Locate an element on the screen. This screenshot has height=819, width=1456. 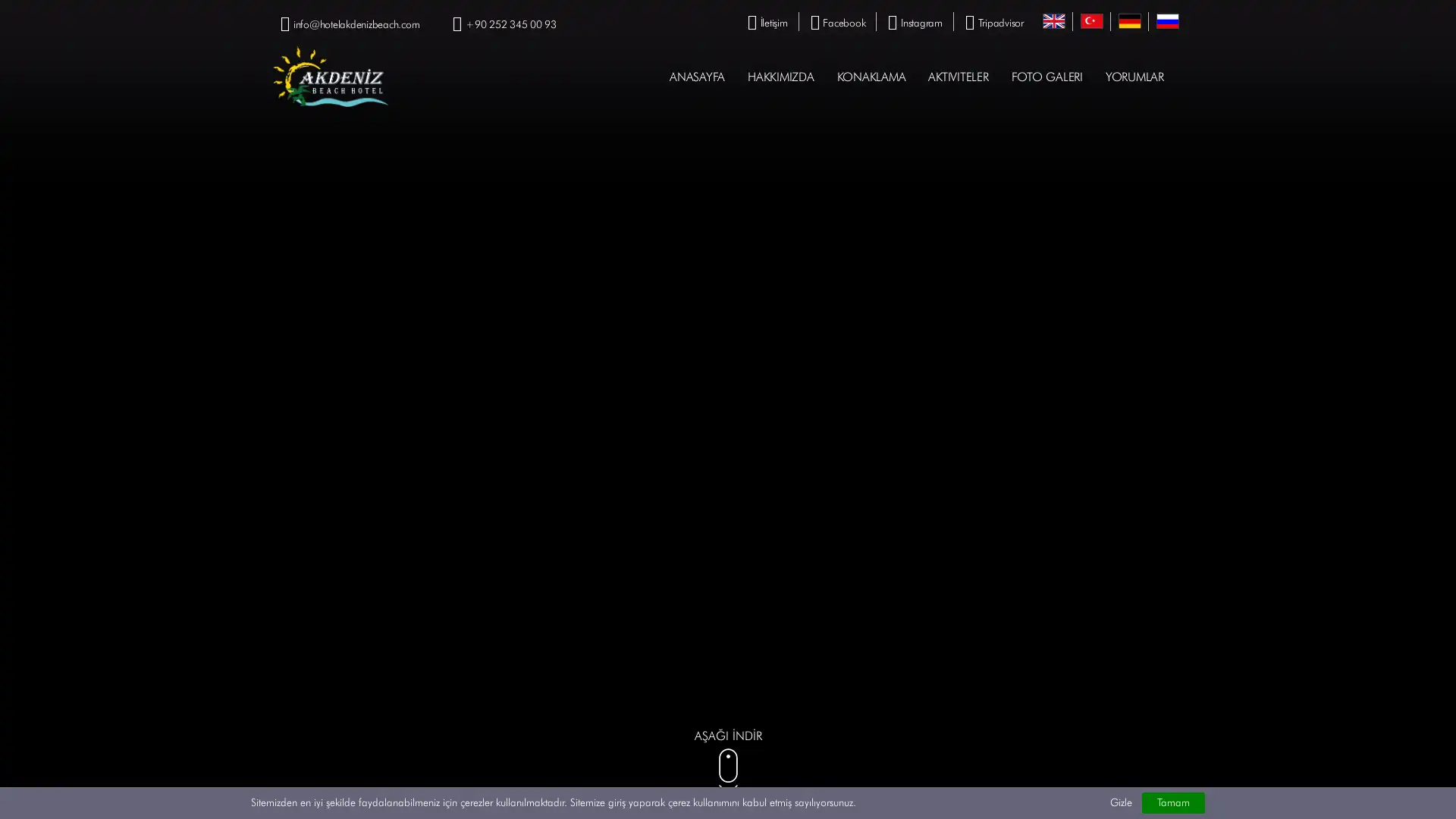
Gizle is located at coordinates (1120, 802).